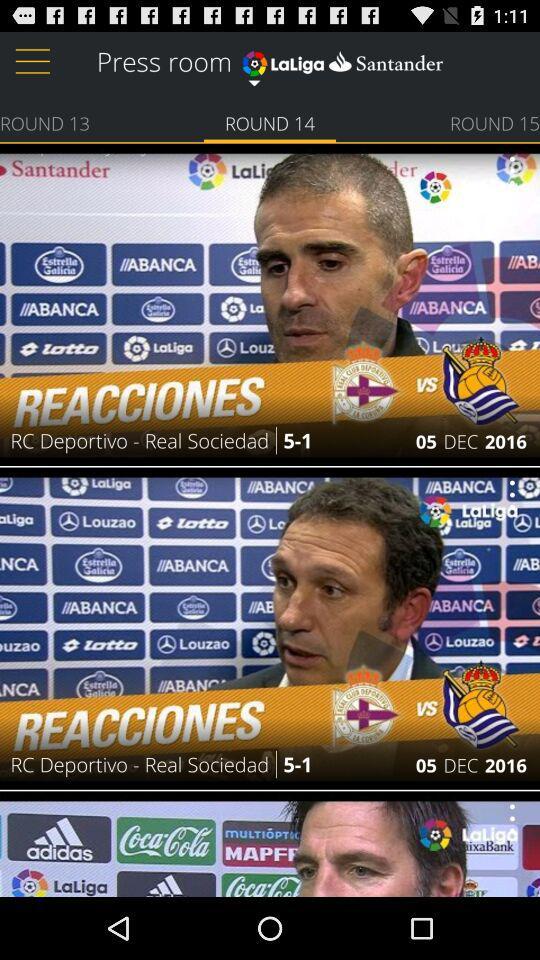 This screenshot has width=540, height=960. What do you see at coordinates (494, 121) in the screenshot?
I see `round 15 app` at bounding box center [494, 121].